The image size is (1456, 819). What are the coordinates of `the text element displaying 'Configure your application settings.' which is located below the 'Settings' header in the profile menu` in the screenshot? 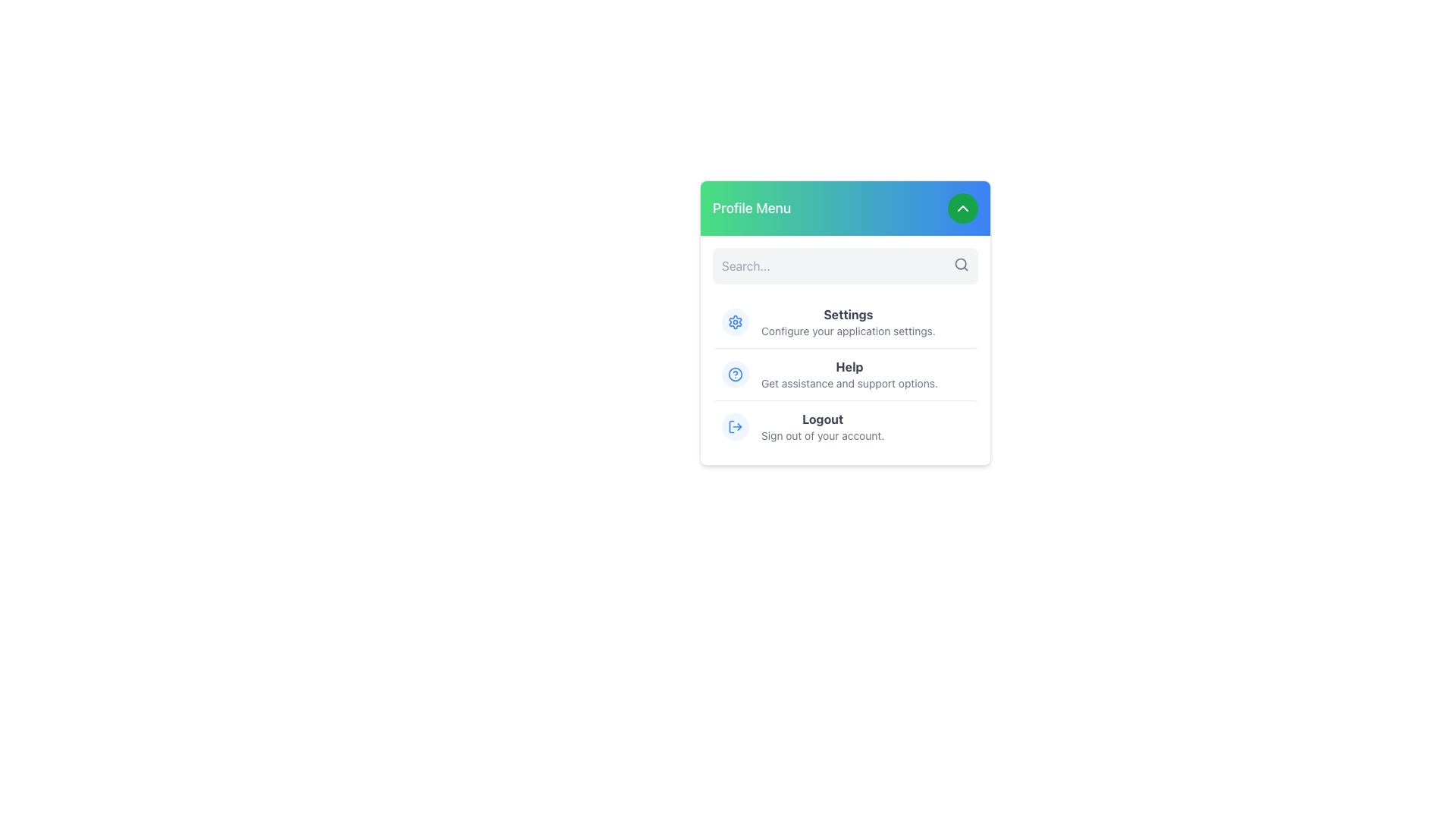 It's located at (847, 330).